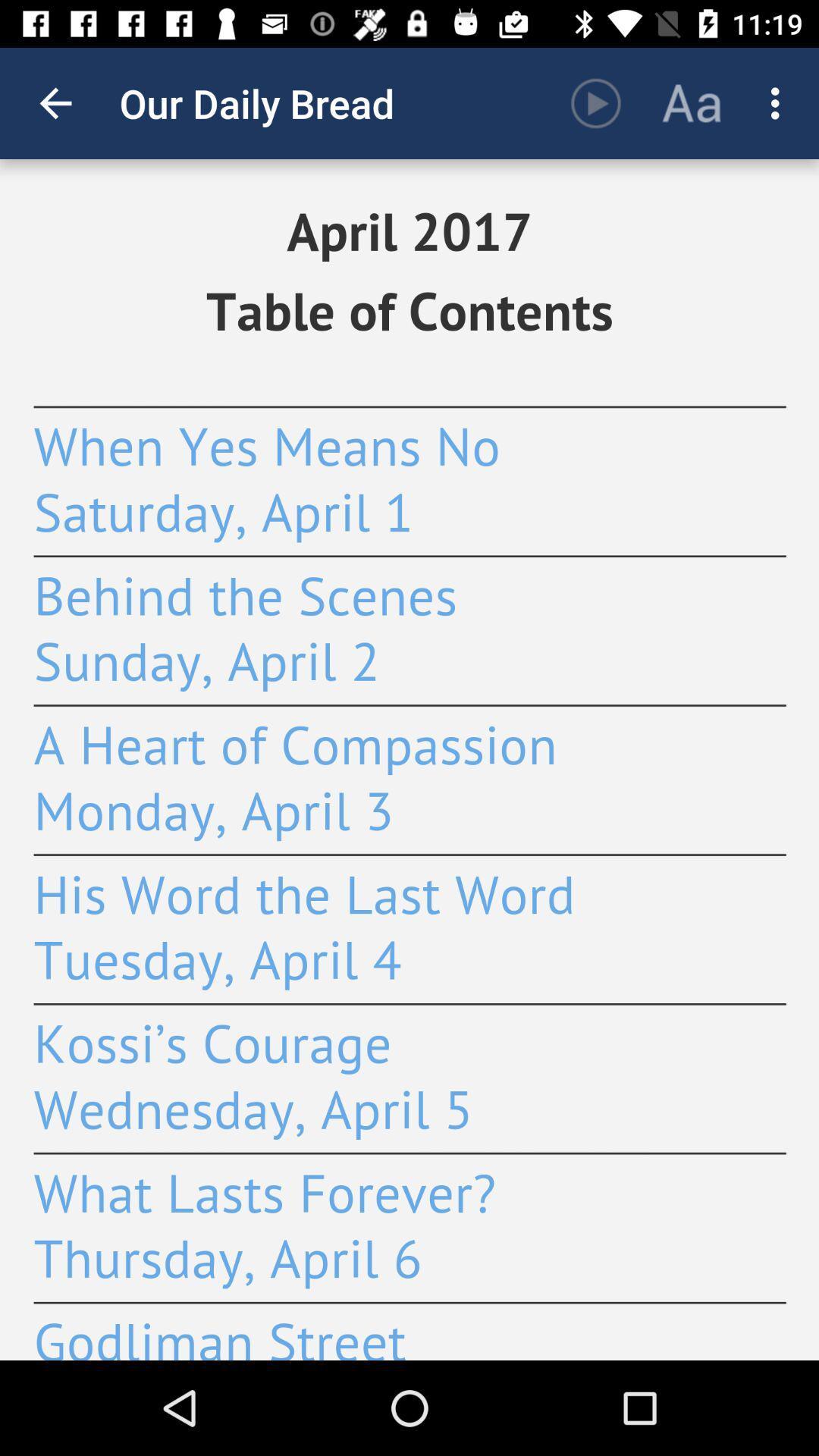 This screenshot has width=819, height=1456. I want to click on item at the center, so click(409, 760).